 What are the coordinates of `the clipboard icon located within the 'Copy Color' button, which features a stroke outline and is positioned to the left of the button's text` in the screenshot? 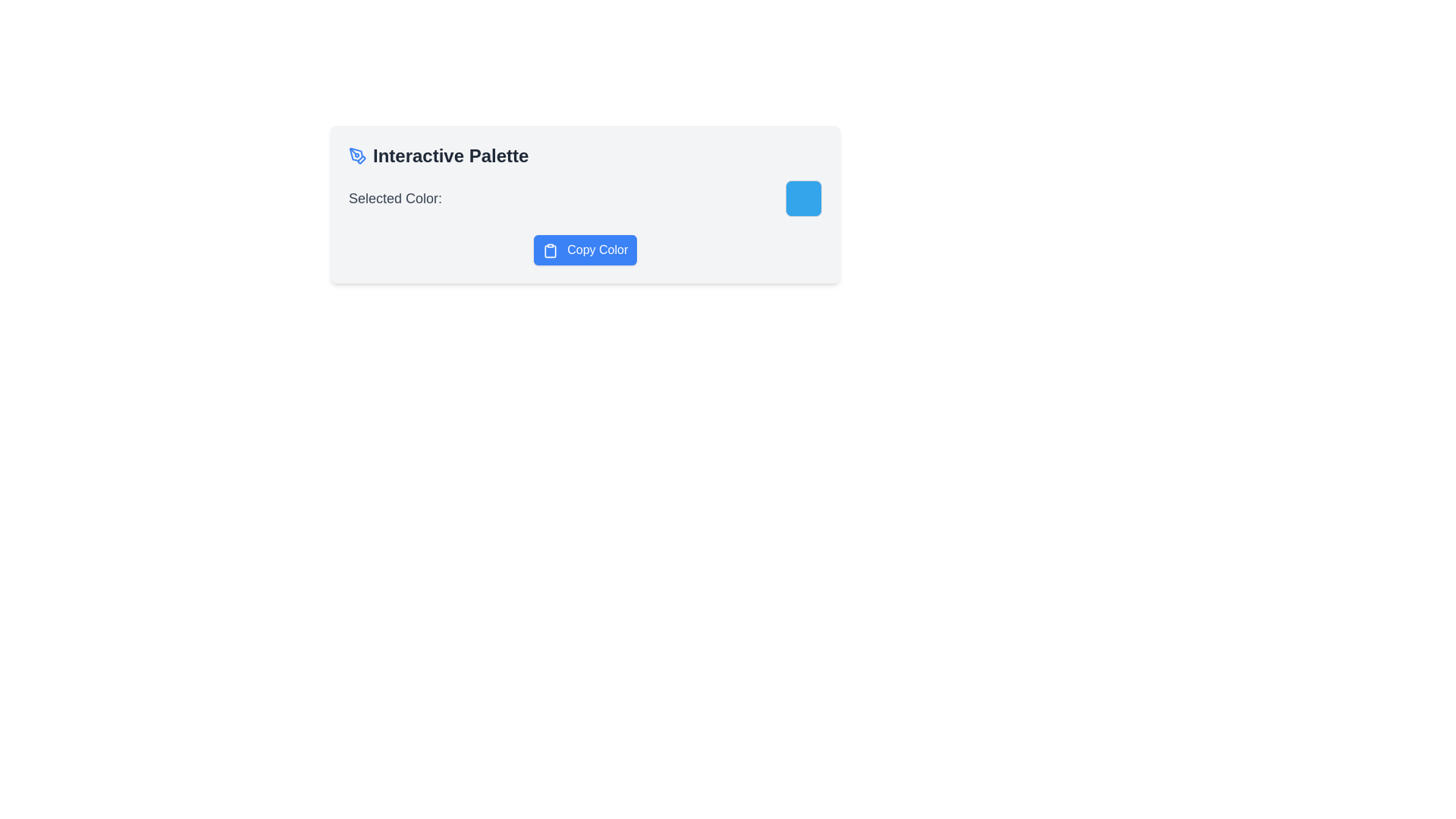 It's located at (549, 249).